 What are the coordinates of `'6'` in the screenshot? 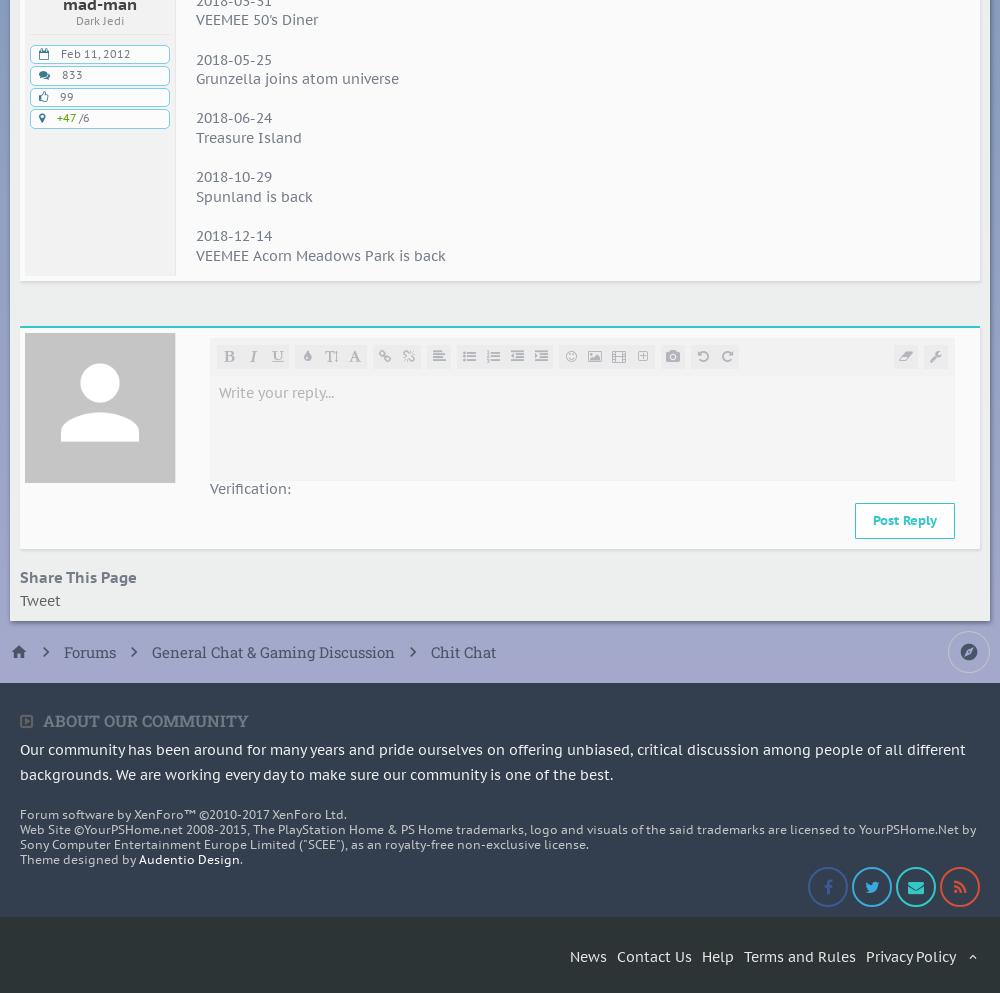 It's located at (85, 117).